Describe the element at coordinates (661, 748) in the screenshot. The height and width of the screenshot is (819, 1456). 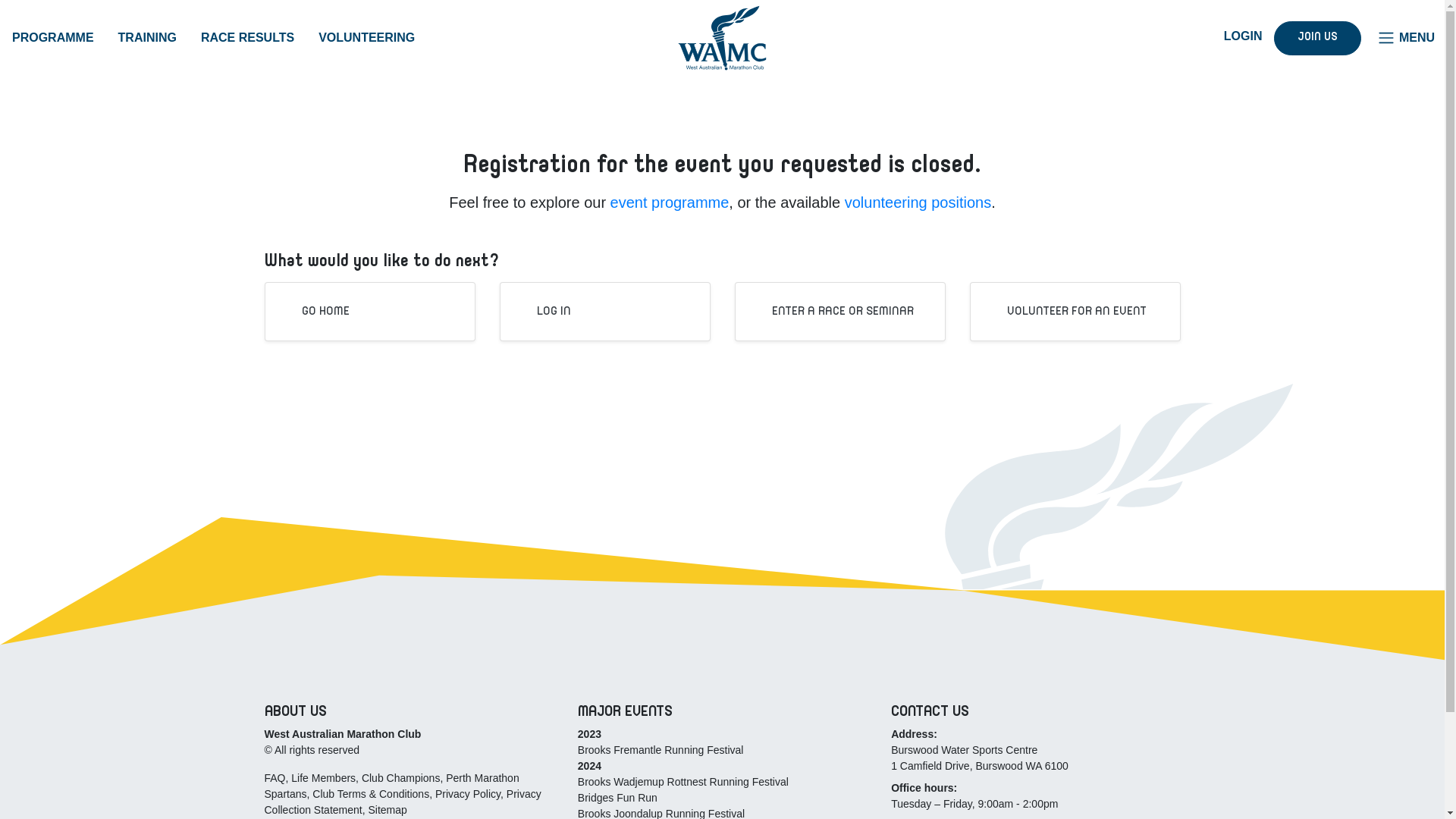
I see `'Brooks Fremantle Running Festival'` at that location.